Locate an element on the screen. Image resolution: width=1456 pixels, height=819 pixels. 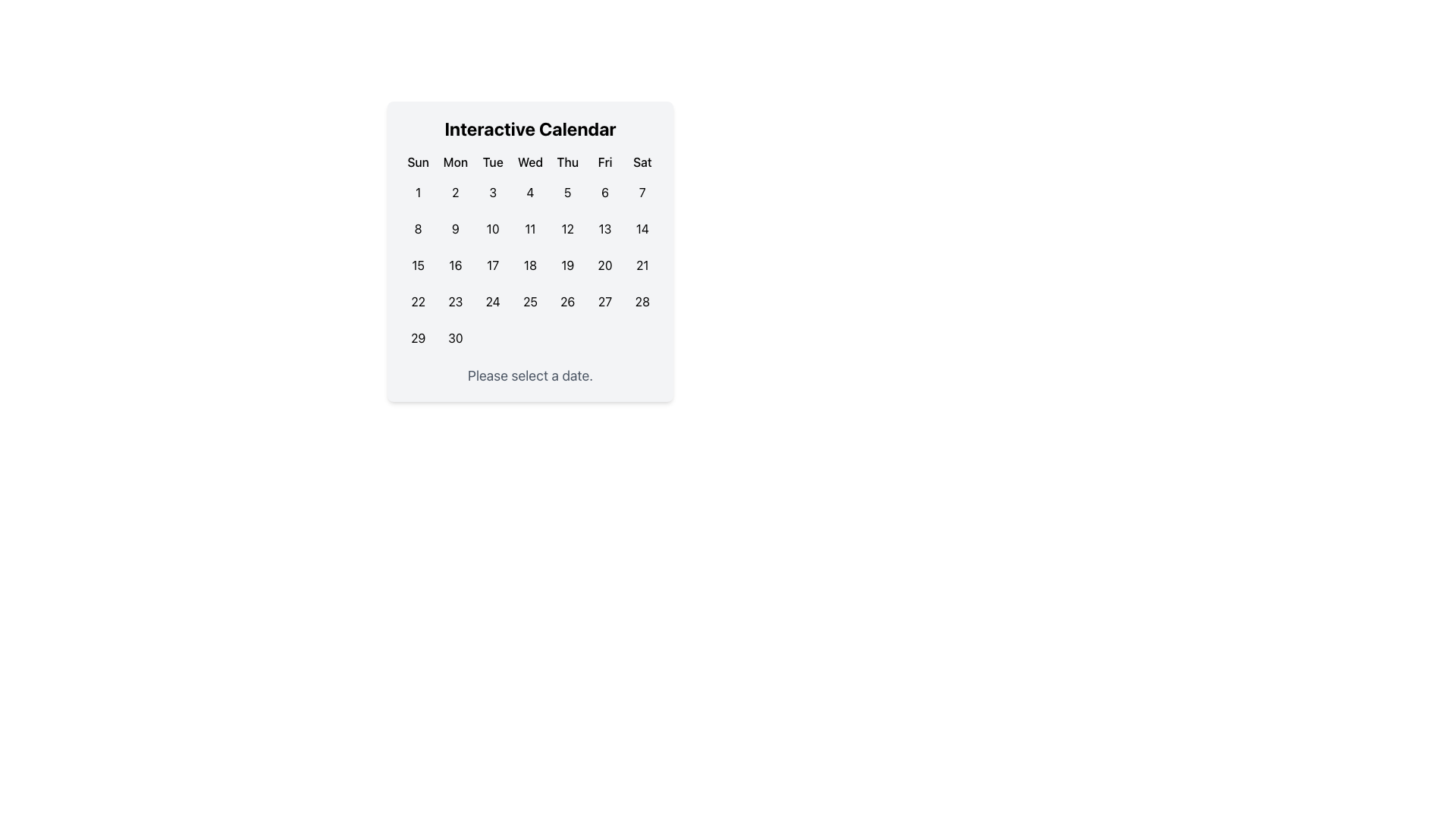
the button representing the 18th day of the month in the calendar interface located under the 'Wed' column, on the third row of the day grid is located at coordinates (530, 265).